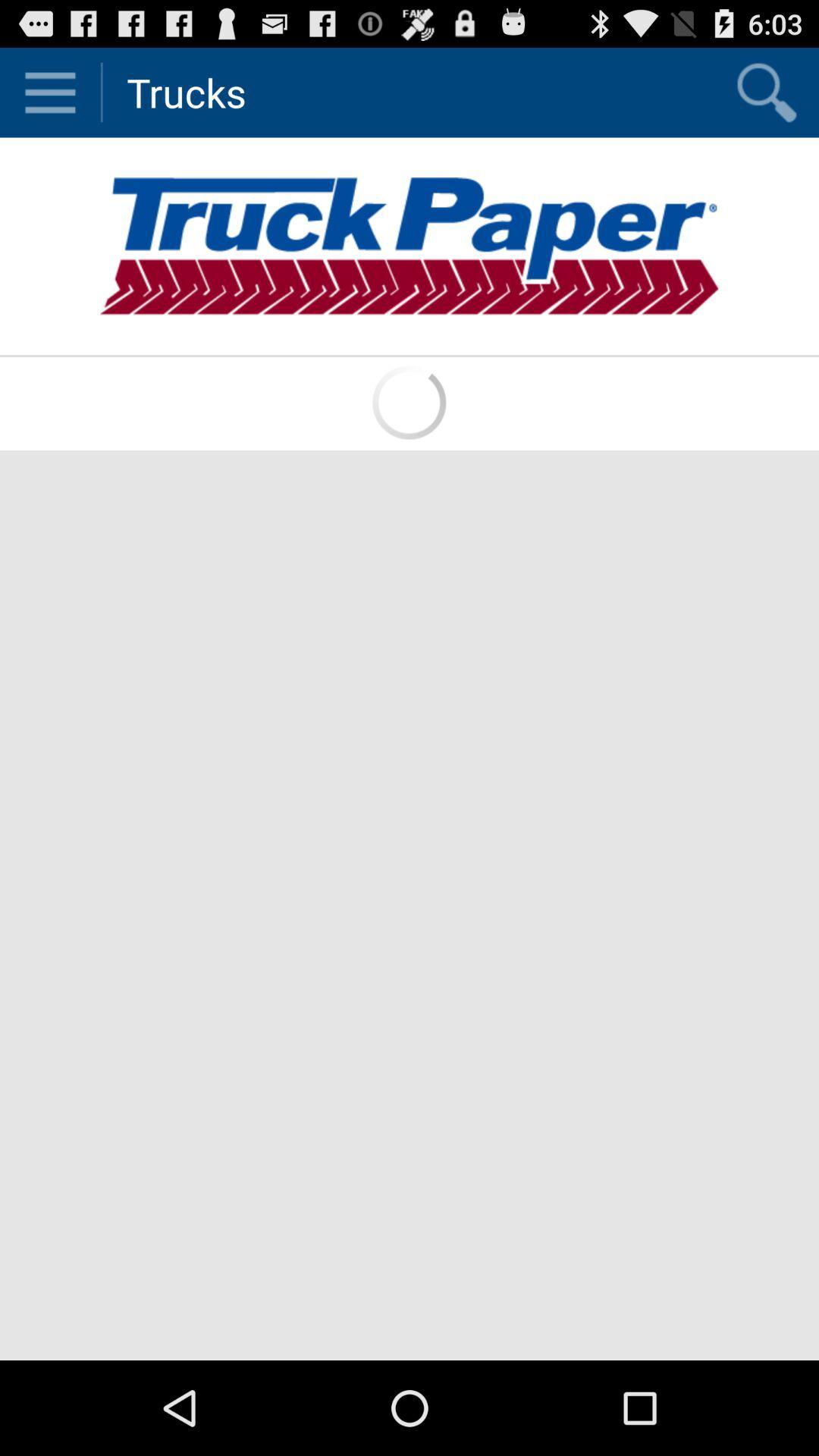  I want to click on the search icon, so click(766, 98).